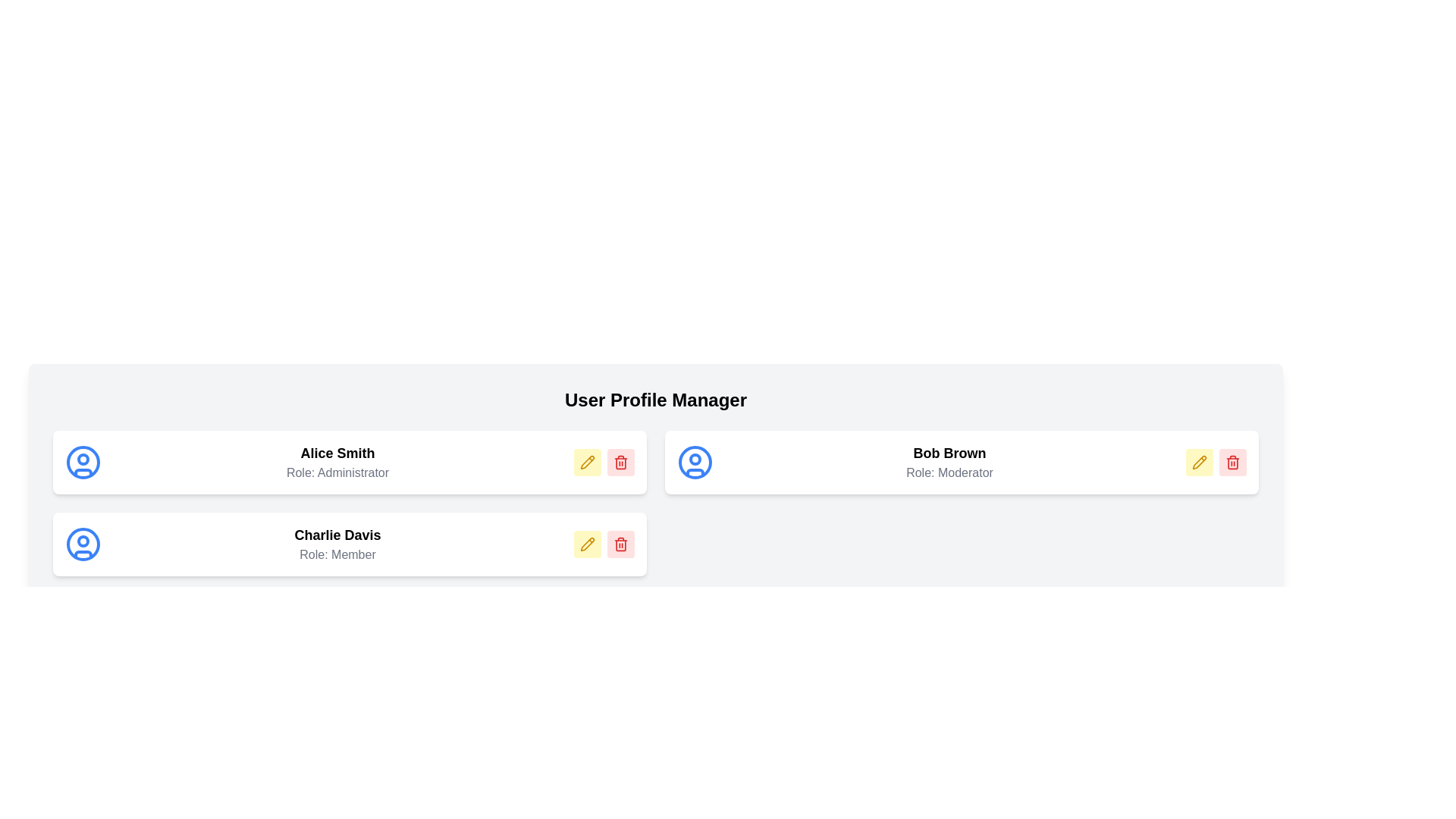  I want to click on the text display indicating 'Moderator' for 'Bob Brown' located in the rightmost column of the user profile manager interface, so click(949, 472).